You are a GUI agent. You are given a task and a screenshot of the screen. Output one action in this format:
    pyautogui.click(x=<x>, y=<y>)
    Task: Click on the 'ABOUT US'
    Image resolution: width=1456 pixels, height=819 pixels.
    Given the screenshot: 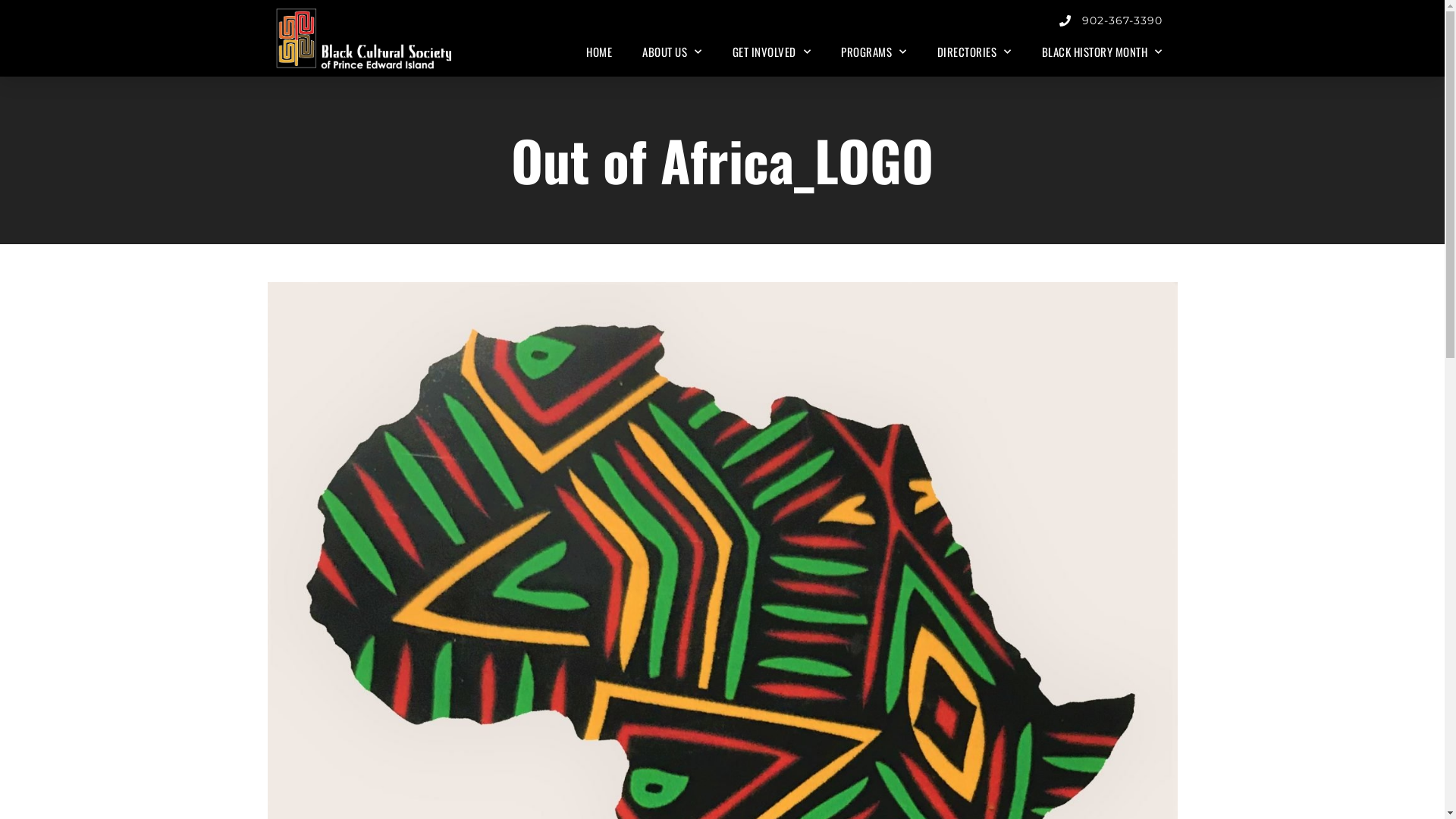 What is the action you would take?
    pyautogui.click(x=671, y=51)
    